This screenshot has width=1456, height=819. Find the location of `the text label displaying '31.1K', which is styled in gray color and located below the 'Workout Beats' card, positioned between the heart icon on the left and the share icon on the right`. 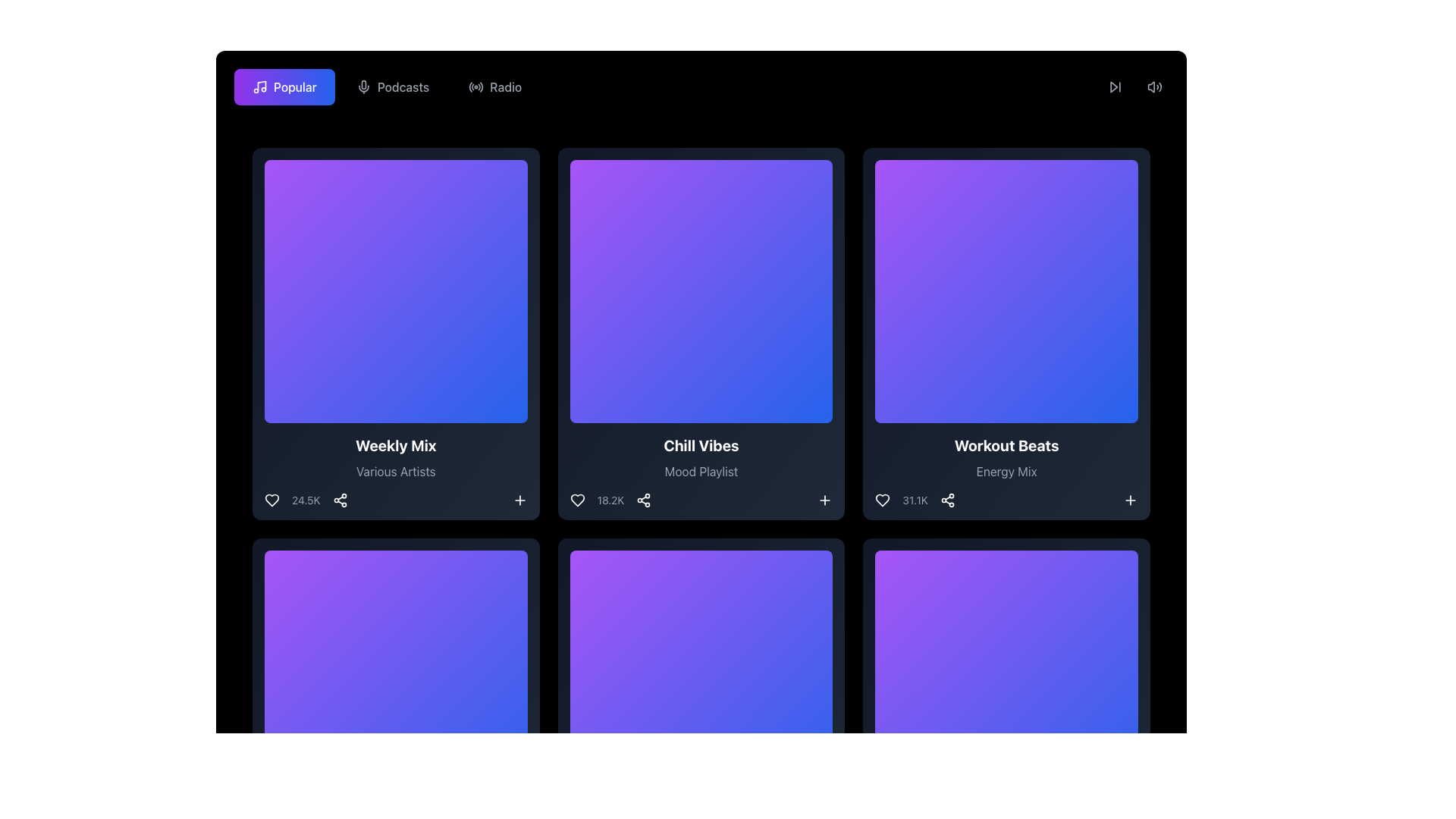

the text label displaying '31.1K', which is styled in gray color and located below the 'Workout Beats' card, positioned between the heart icon on the left and the share icon on the right is located at coordinates (915, 500).